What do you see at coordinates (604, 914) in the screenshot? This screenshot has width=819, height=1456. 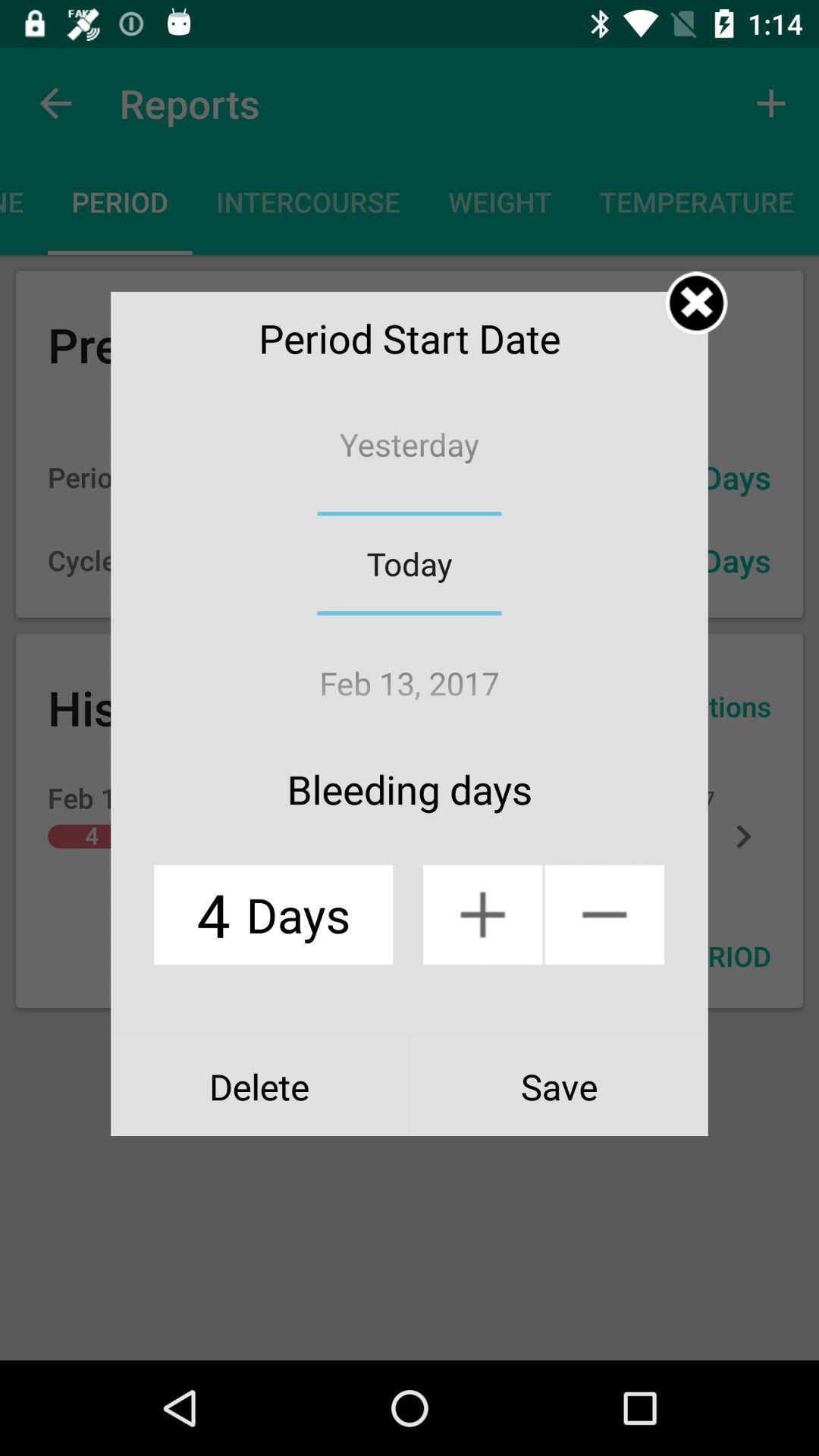 I see `less the option` at bounding box center [604, 914].